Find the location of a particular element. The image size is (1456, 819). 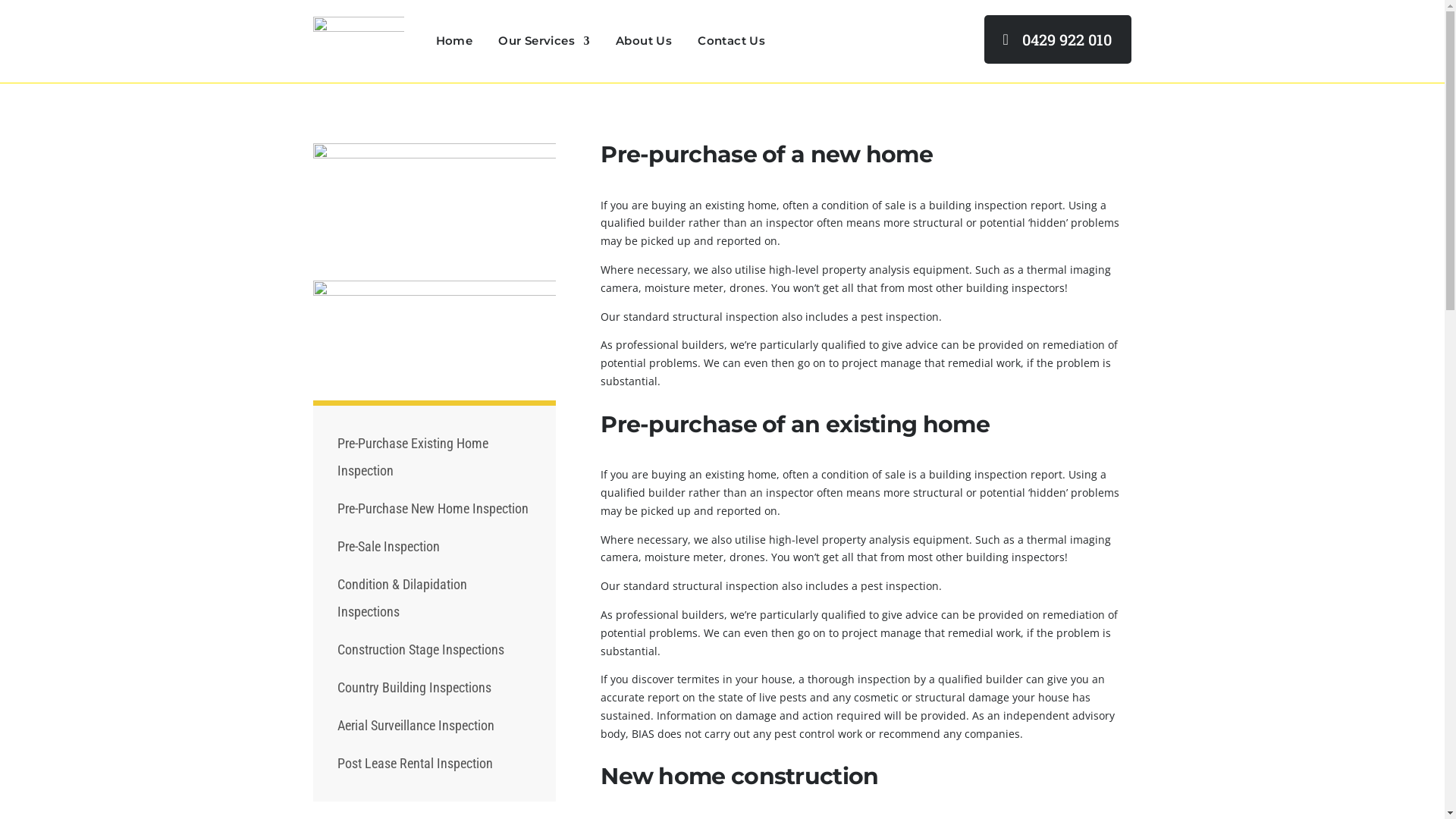

'Aerial Surveillance Inspection' is located at coordinates (416, 724).